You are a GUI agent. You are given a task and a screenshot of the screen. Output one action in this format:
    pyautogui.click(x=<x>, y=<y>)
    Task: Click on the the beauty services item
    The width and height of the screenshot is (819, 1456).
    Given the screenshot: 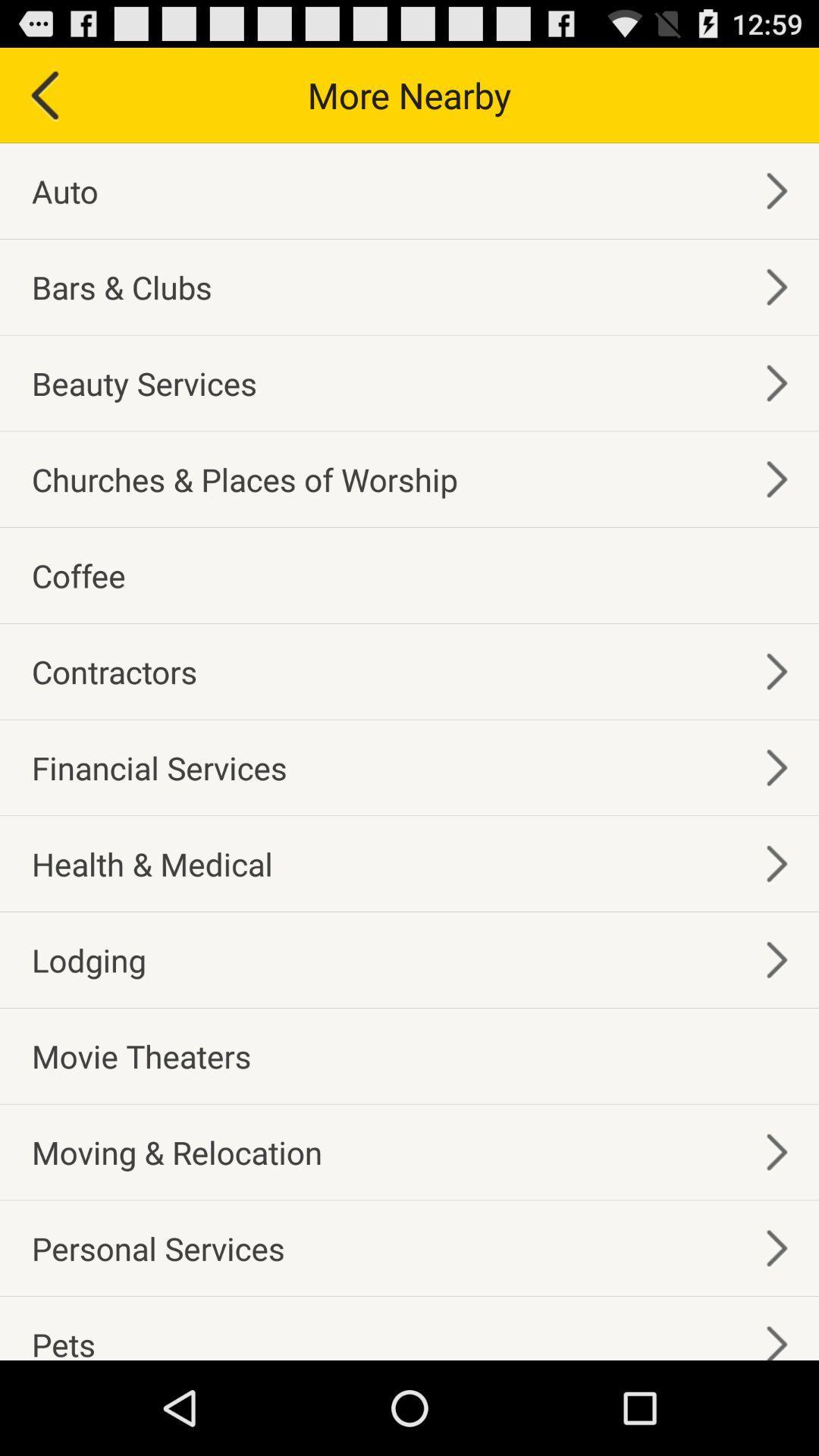 What is the action you would take?
    pyautogui.click(x=144, y=383)
    